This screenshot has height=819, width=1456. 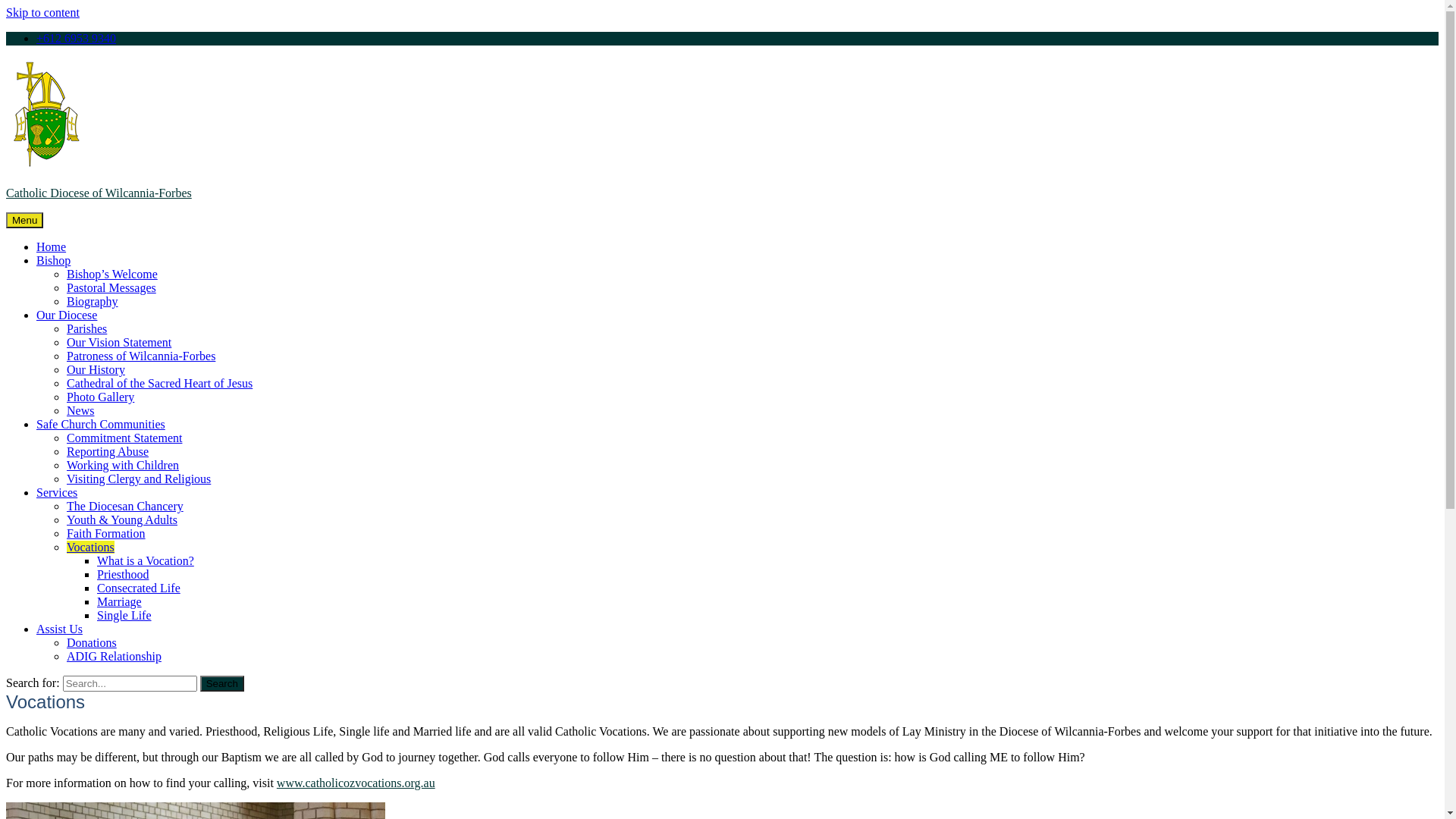 What do you see at coordinates (105, 532) in the screenshot?
I see `'Faith Formation'` at bounding box center [105, 532].